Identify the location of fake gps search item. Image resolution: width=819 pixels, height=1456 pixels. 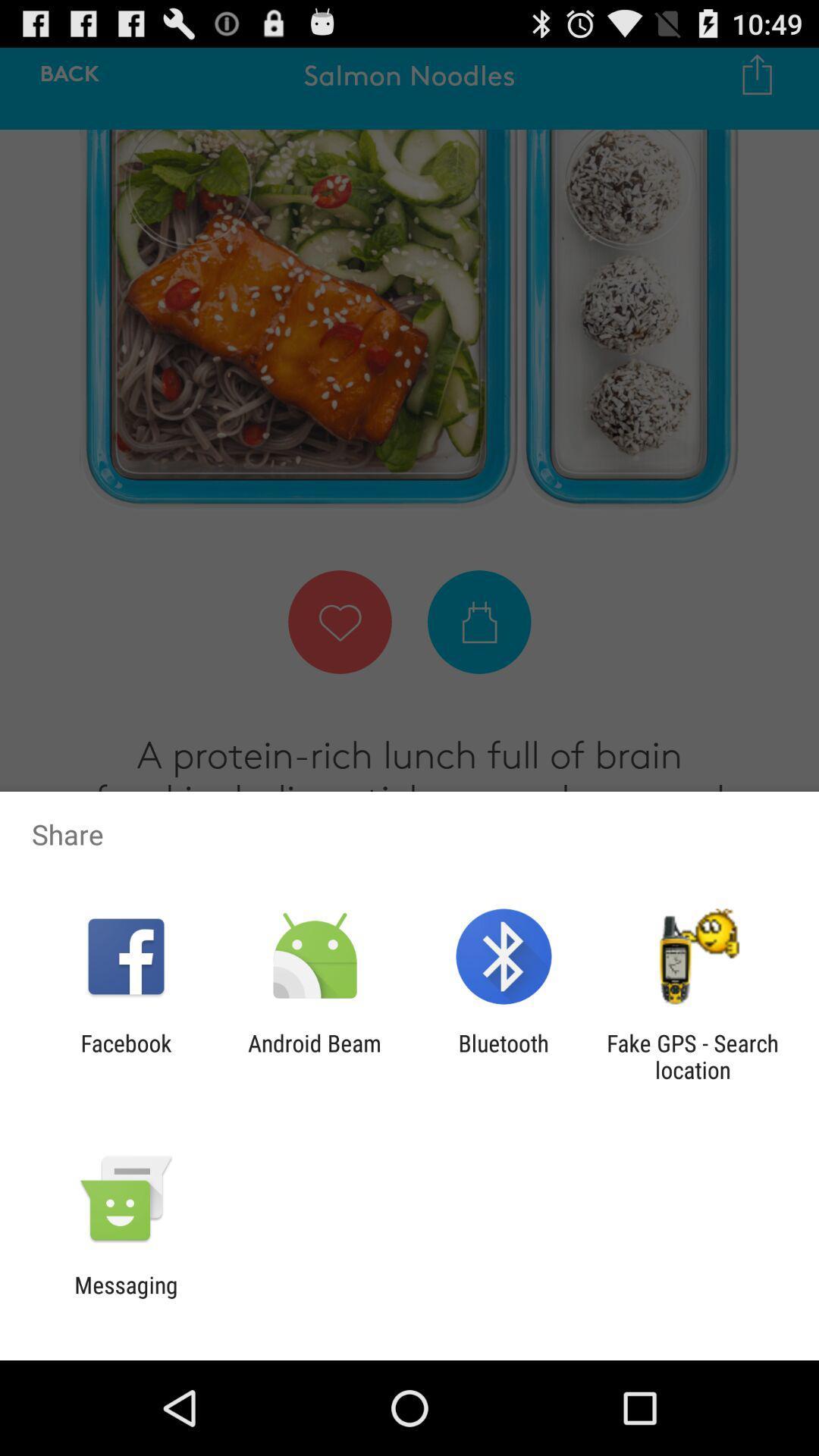
(692, 1056).